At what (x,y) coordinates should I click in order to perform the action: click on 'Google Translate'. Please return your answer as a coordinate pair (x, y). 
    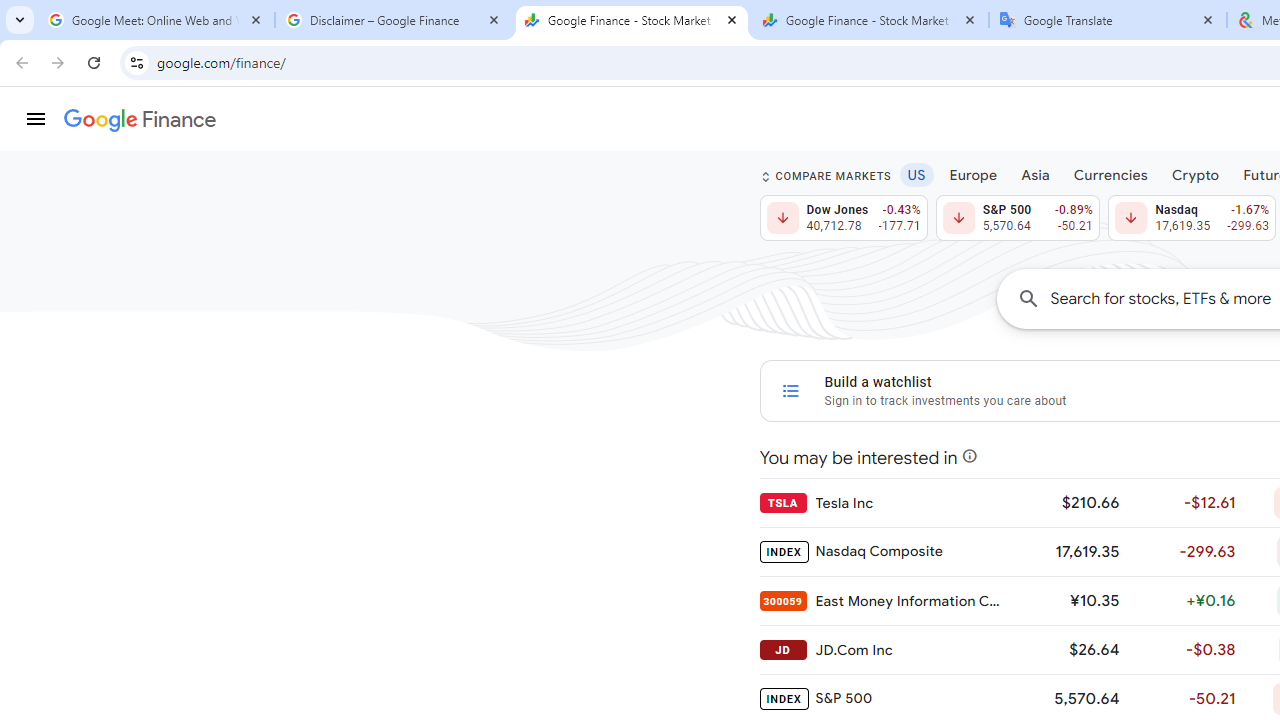
    Looking at the image, I should click on (1107, 20).